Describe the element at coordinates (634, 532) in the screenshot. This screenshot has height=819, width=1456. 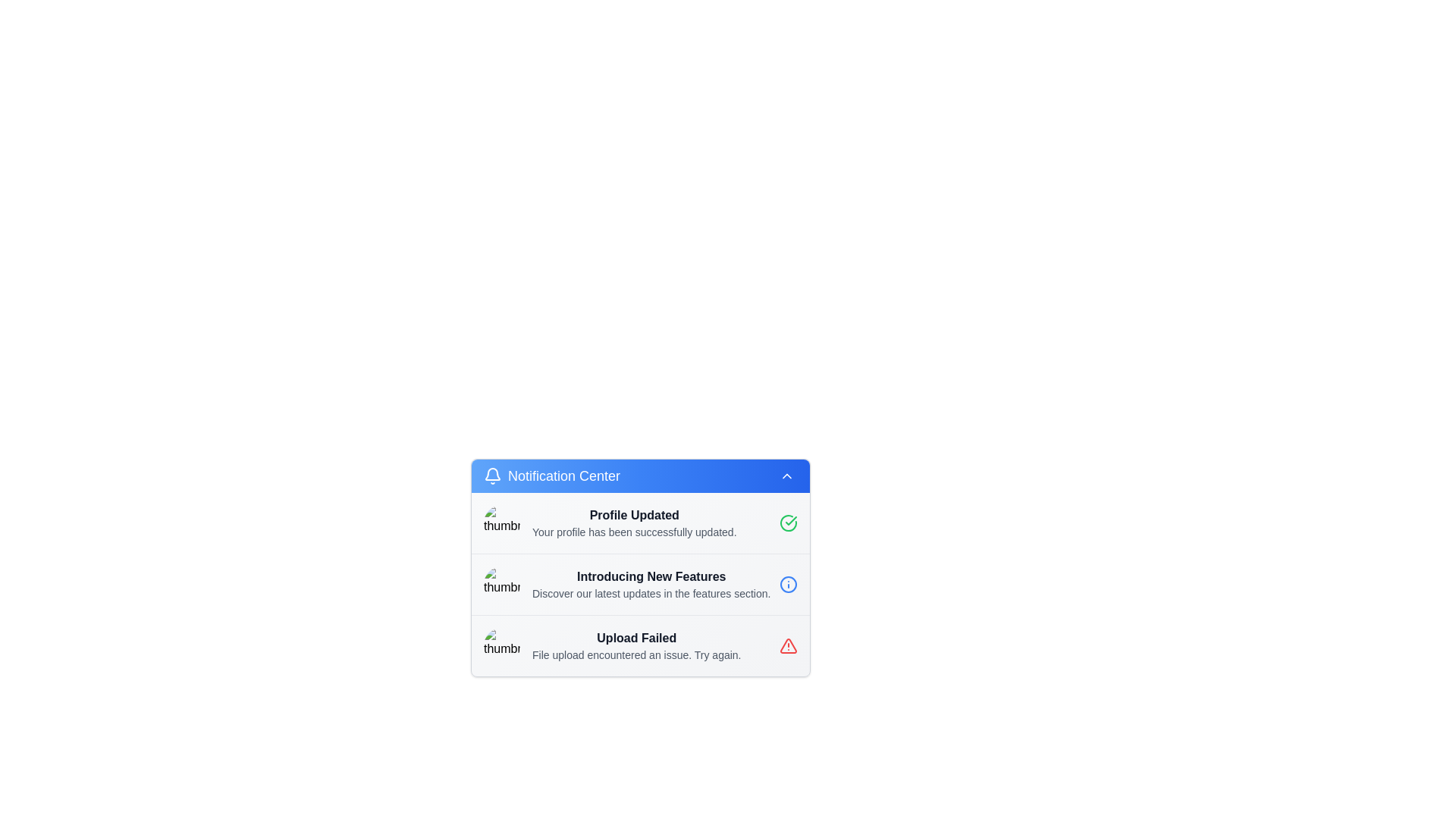
I see `confirmation message text from the 'Profile Updated' notification card located in the Notification Center interface at the specified coordinates` at that location.